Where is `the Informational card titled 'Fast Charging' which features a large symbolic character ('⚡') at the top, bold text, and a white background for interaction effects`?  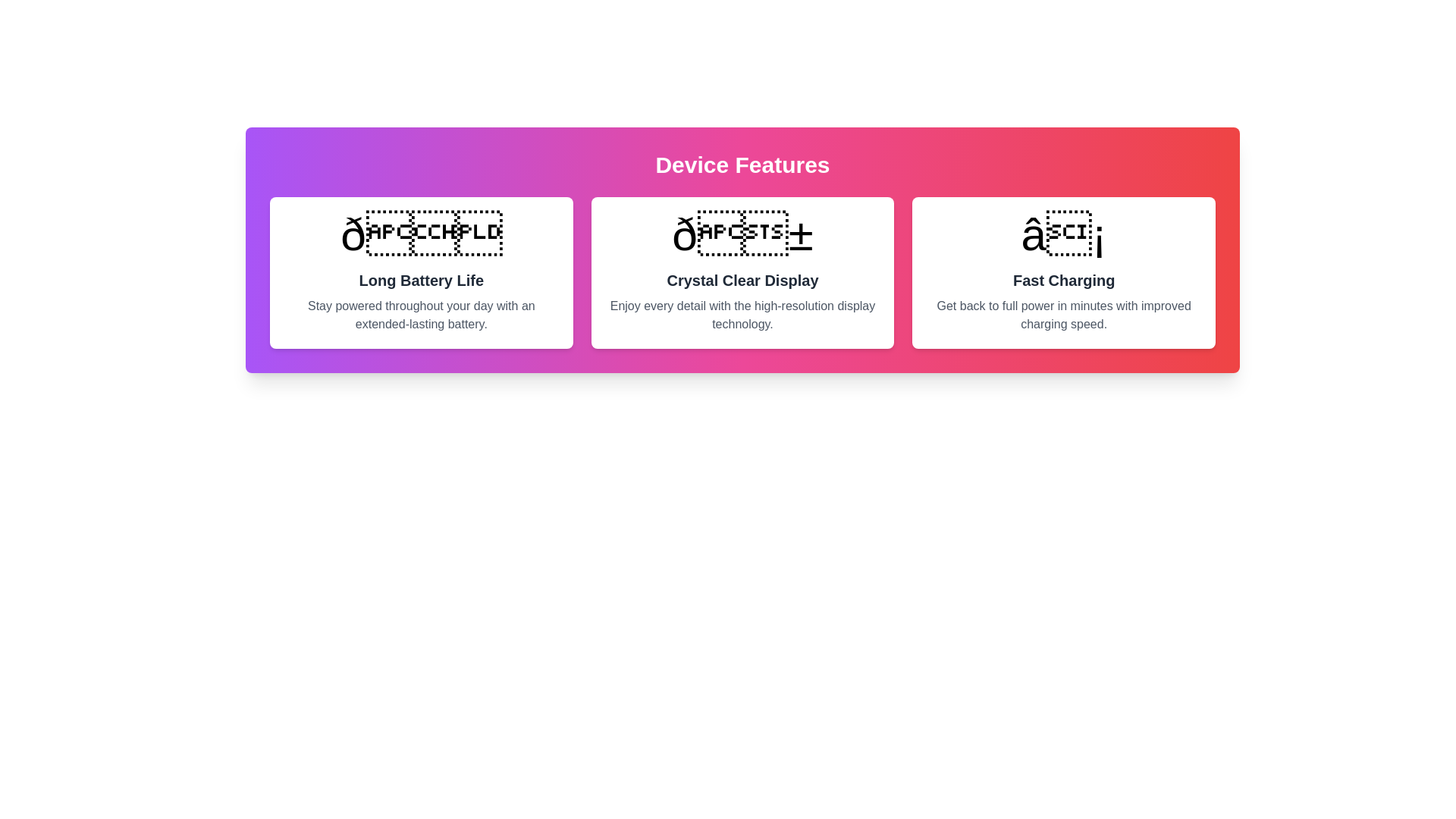
the Informational card titled 'Fast Charging' which features a large symbolic character ('⚡') at the top, bold text, and a white background for interaction effects is located at coordinates (1063, 271).